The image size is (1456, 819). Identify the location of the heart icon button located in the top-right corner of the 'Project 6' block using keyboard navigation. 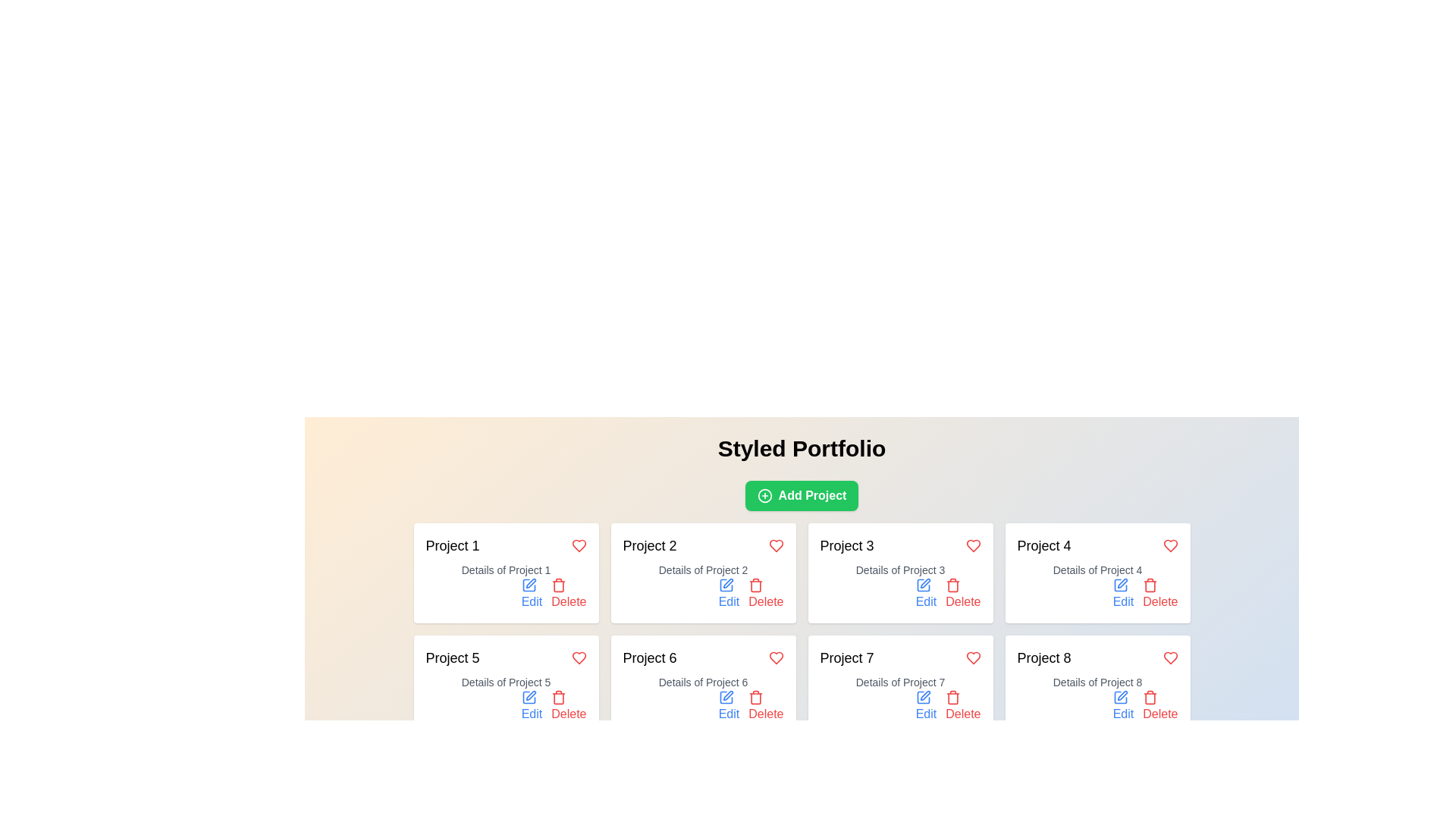
(776, 657).